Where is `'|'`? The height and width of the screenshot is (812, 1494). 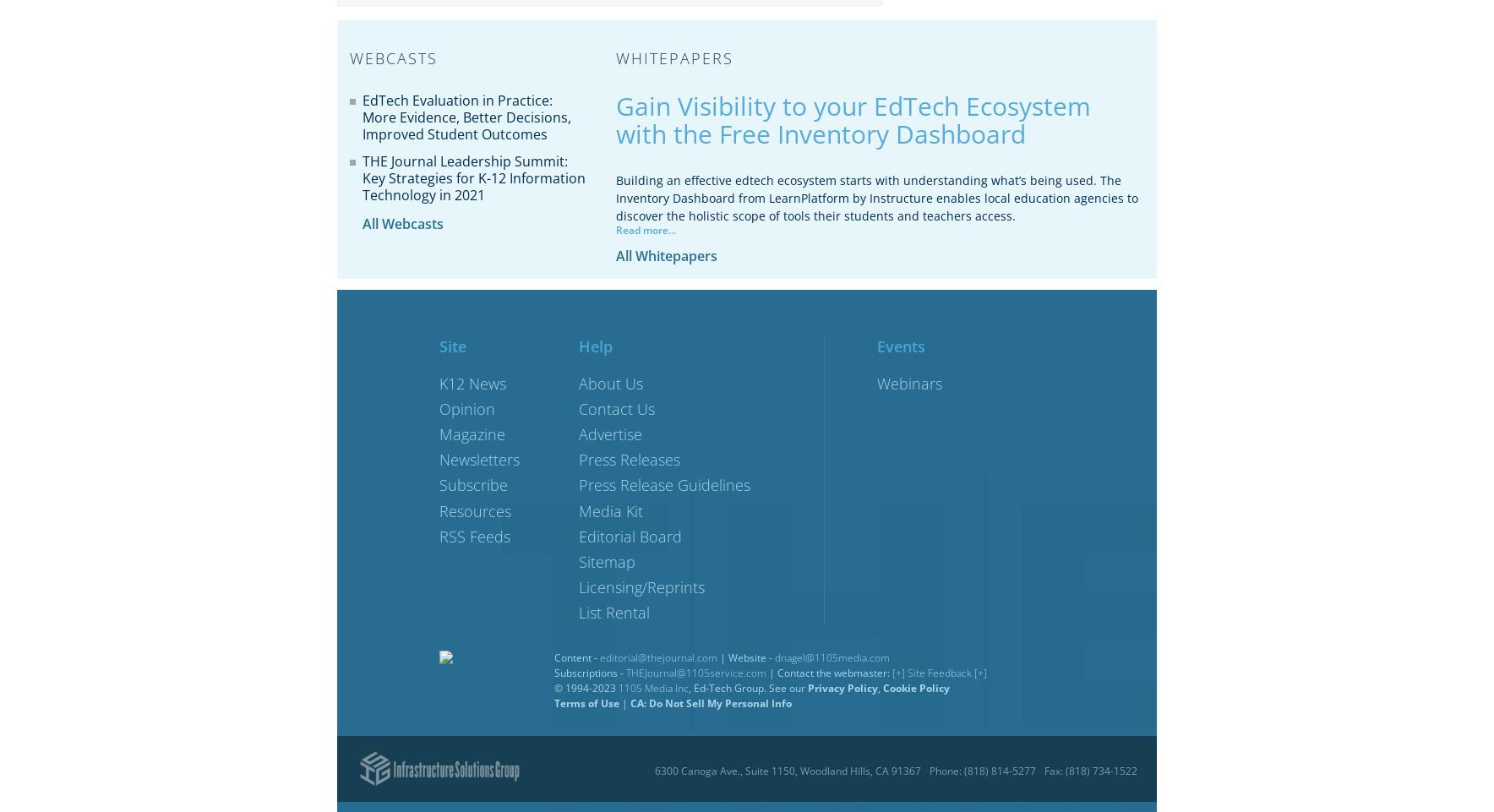 '|' is located at coordinates (619, 703).